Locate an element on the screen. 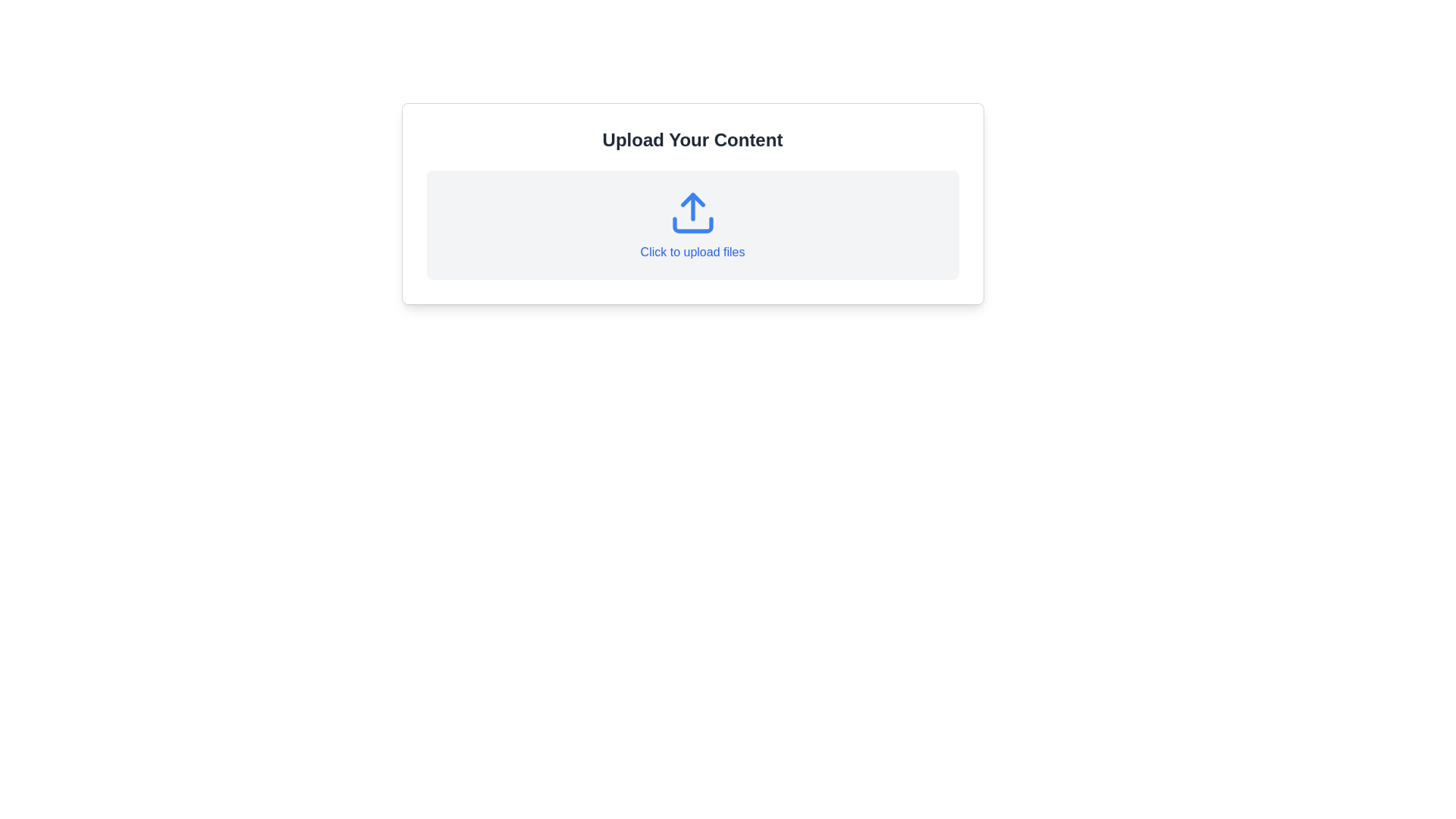 The image size is (1456, 819). the lower subcomponent of the upload icon, which symbolizes a tray for receiving uploads, located at the center of the main content area is located at coordinates (692, 225).